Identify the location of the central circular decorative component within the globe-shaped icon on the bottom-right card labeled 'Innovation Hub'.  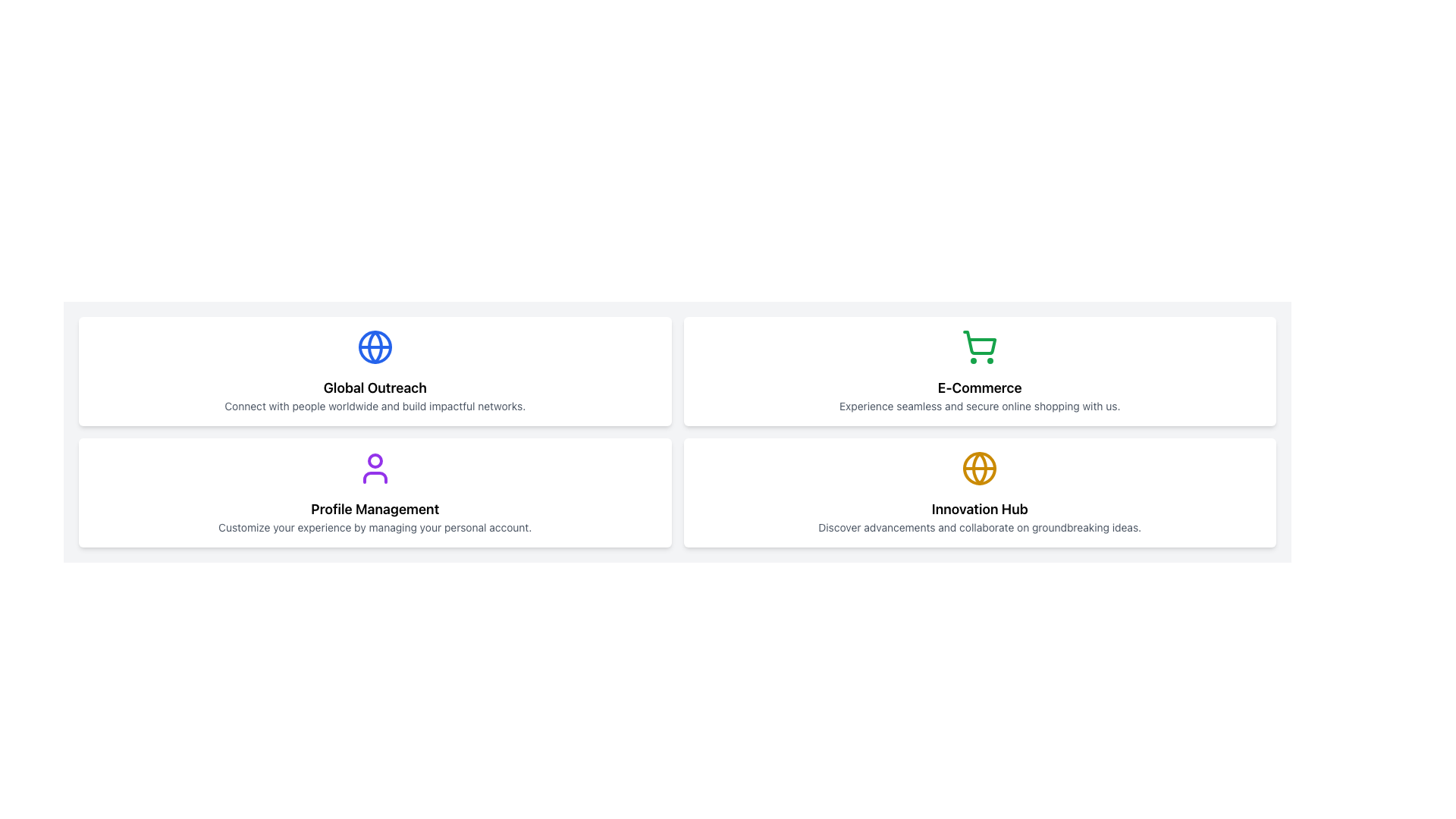
(980, 467).